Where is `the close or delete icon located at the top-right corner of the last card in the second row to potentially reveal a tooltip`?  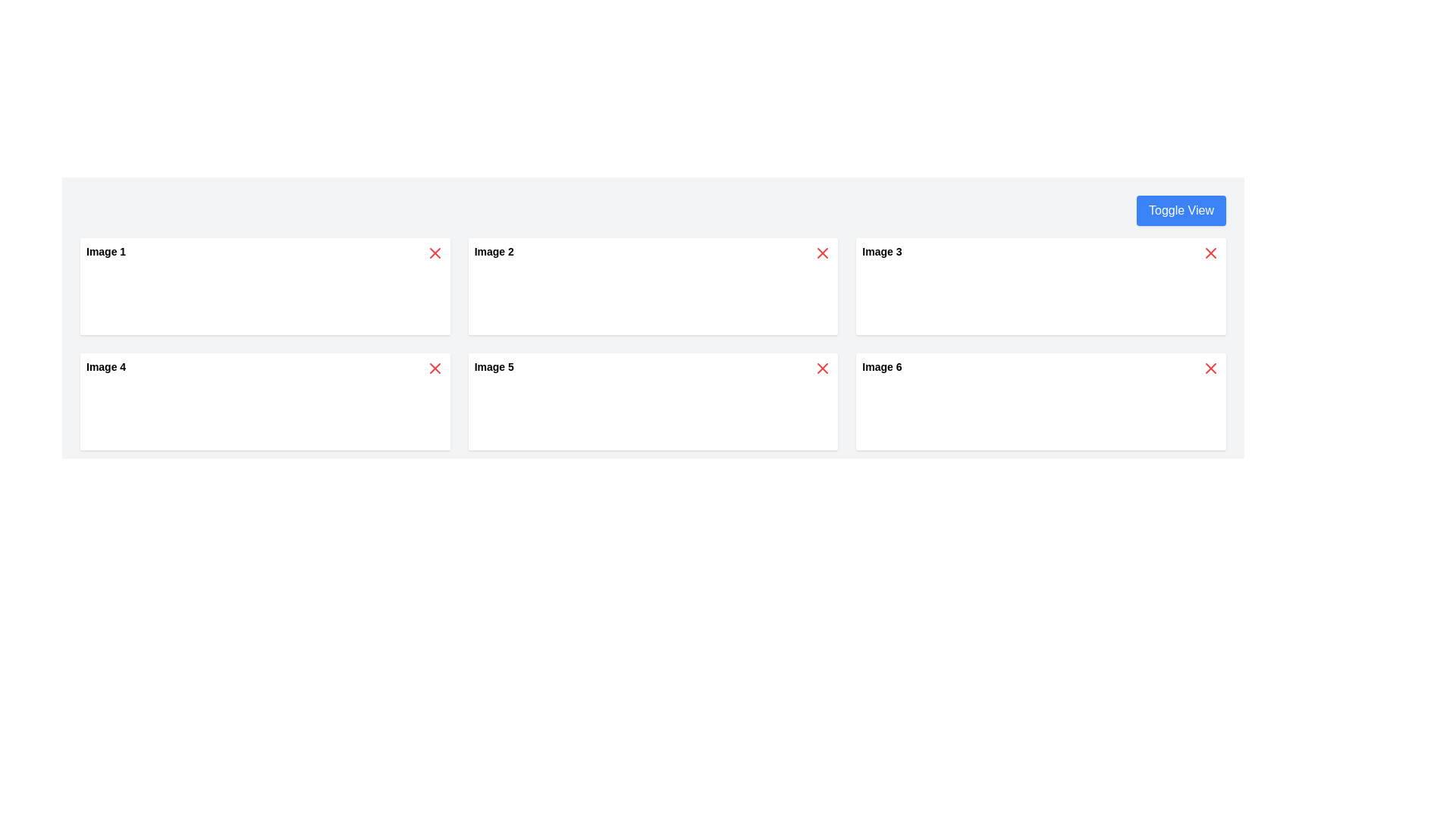
the close or delete icon located at the top-right corner of the last card in the second row to potentially reveal a tooltip is located at coordinates (1210, 369).